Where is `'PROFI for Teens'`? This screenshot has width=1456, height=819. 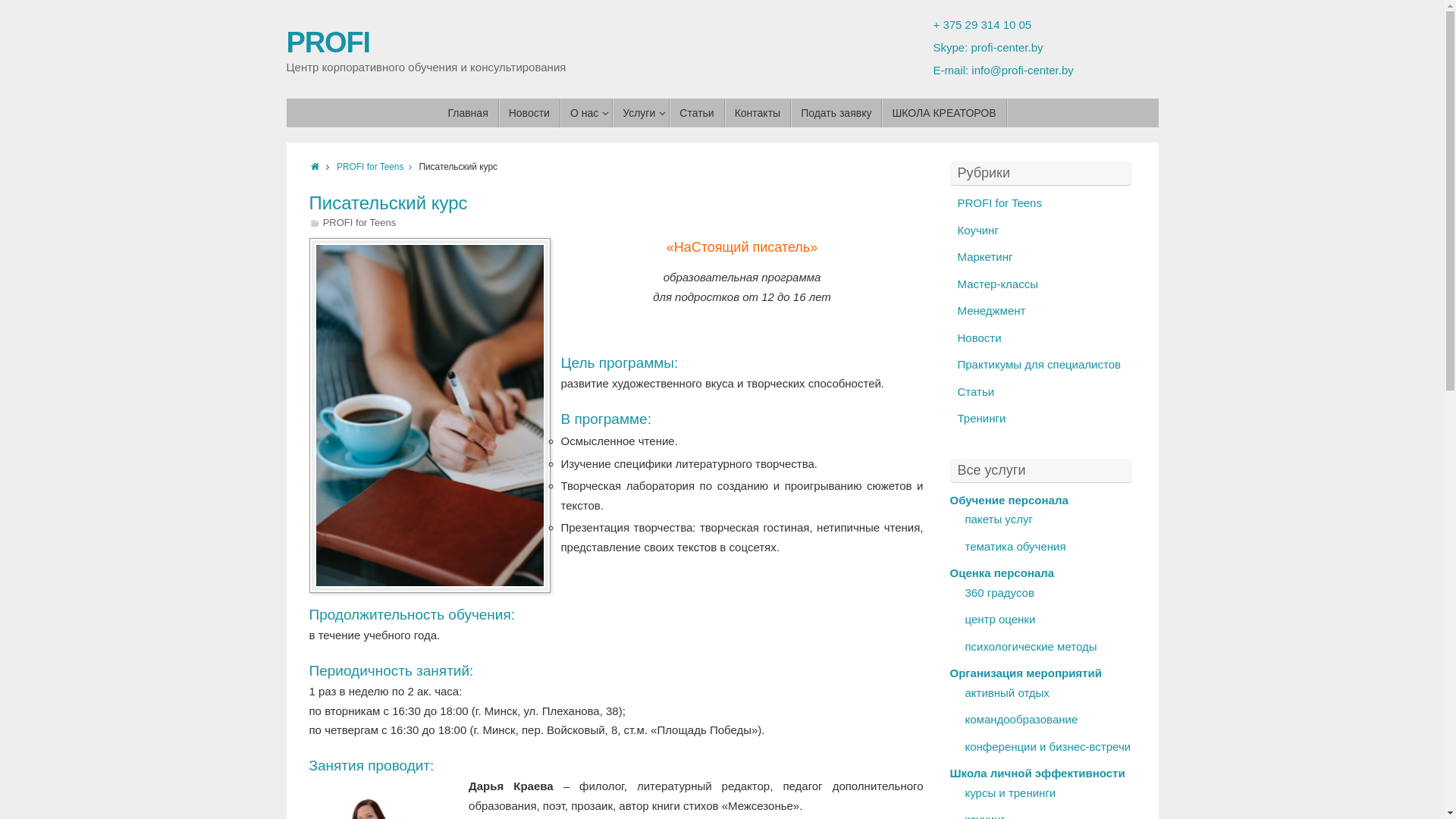 'PROFI for Teens' is located at coordinates (336, 166).